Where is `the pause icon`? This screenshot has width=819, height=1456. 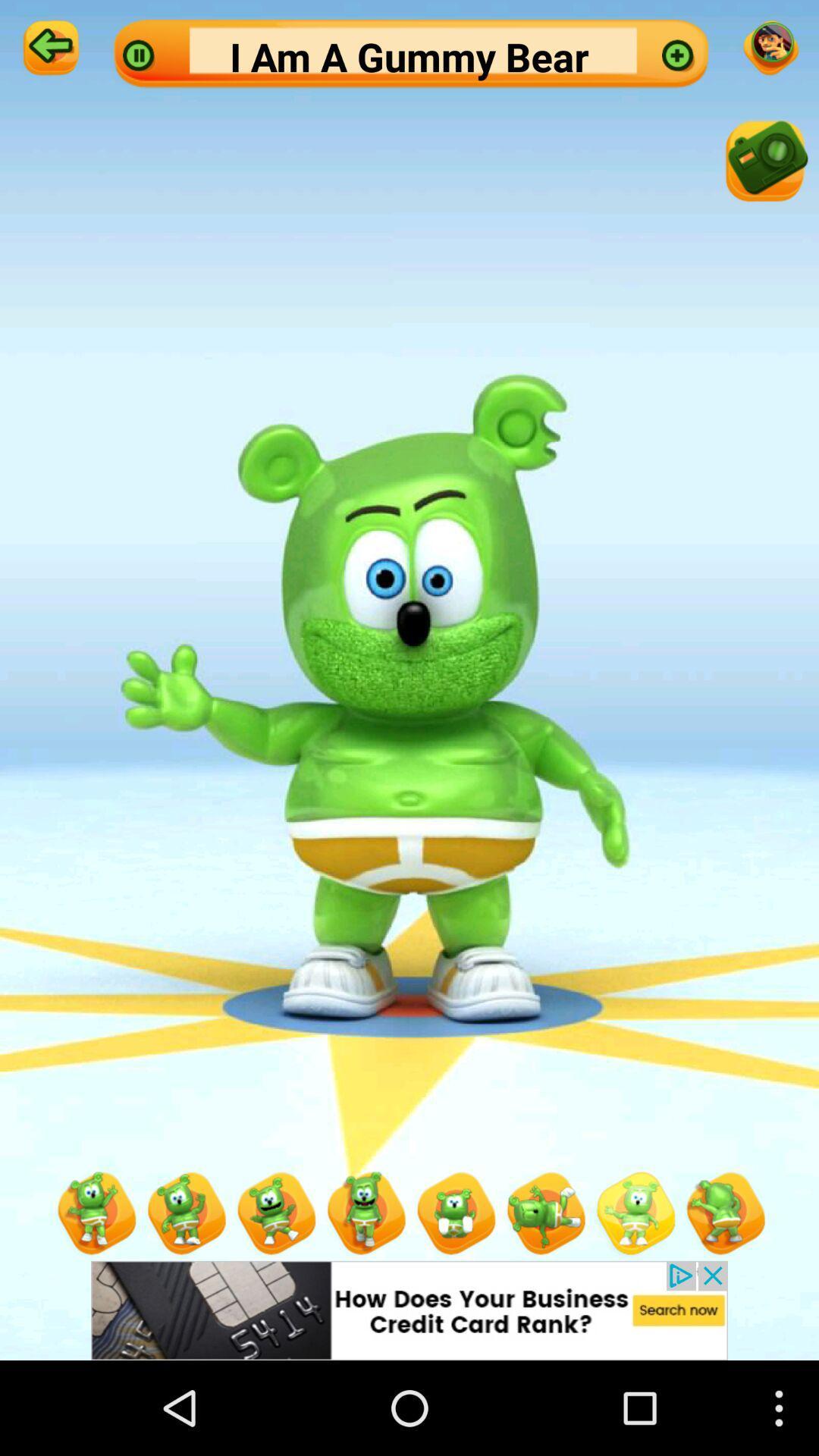 the pause icon is located at coordinates (140, 63).